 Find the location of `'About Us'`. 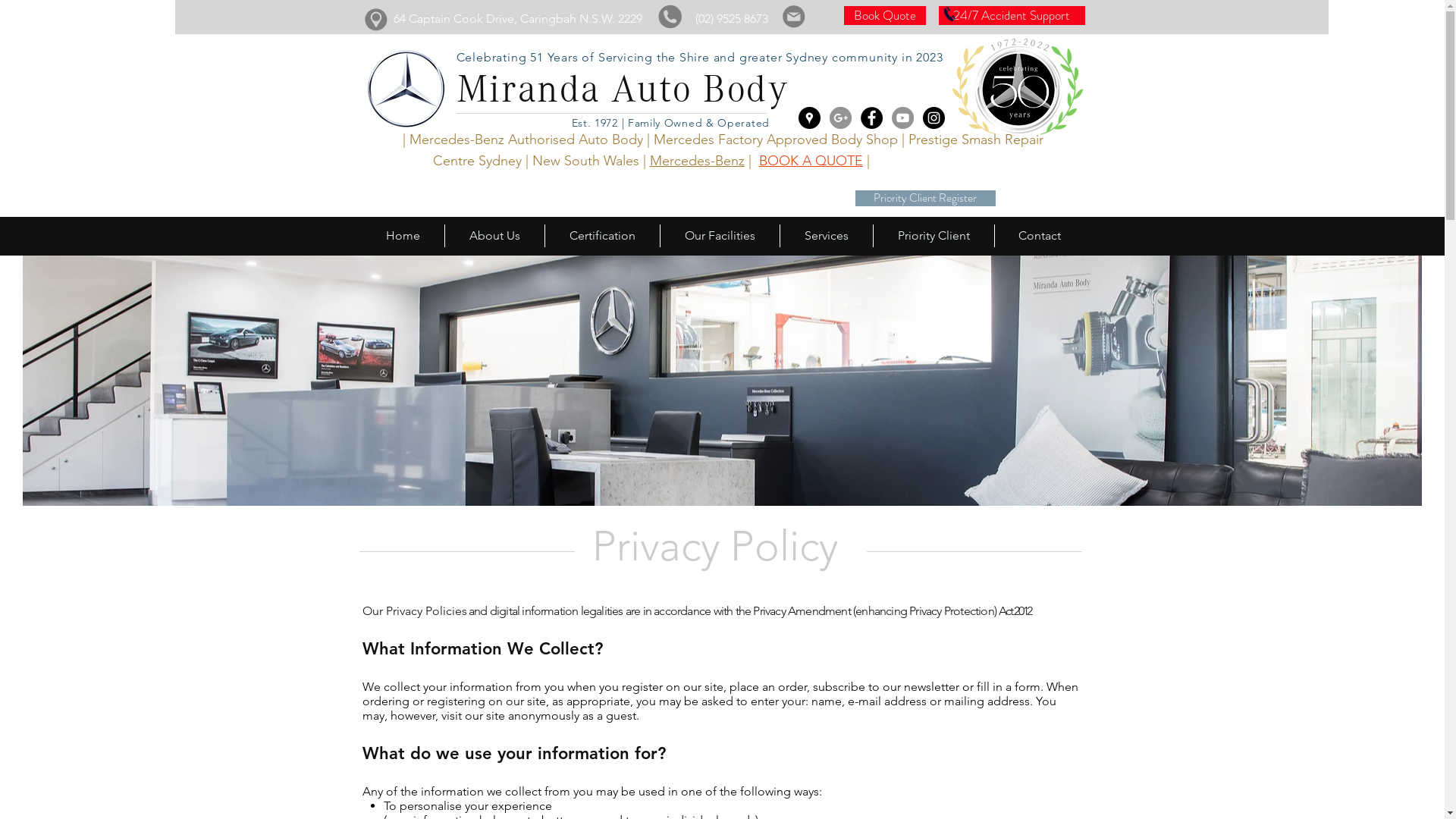

'About Us' is located at coordinates (494, 236).